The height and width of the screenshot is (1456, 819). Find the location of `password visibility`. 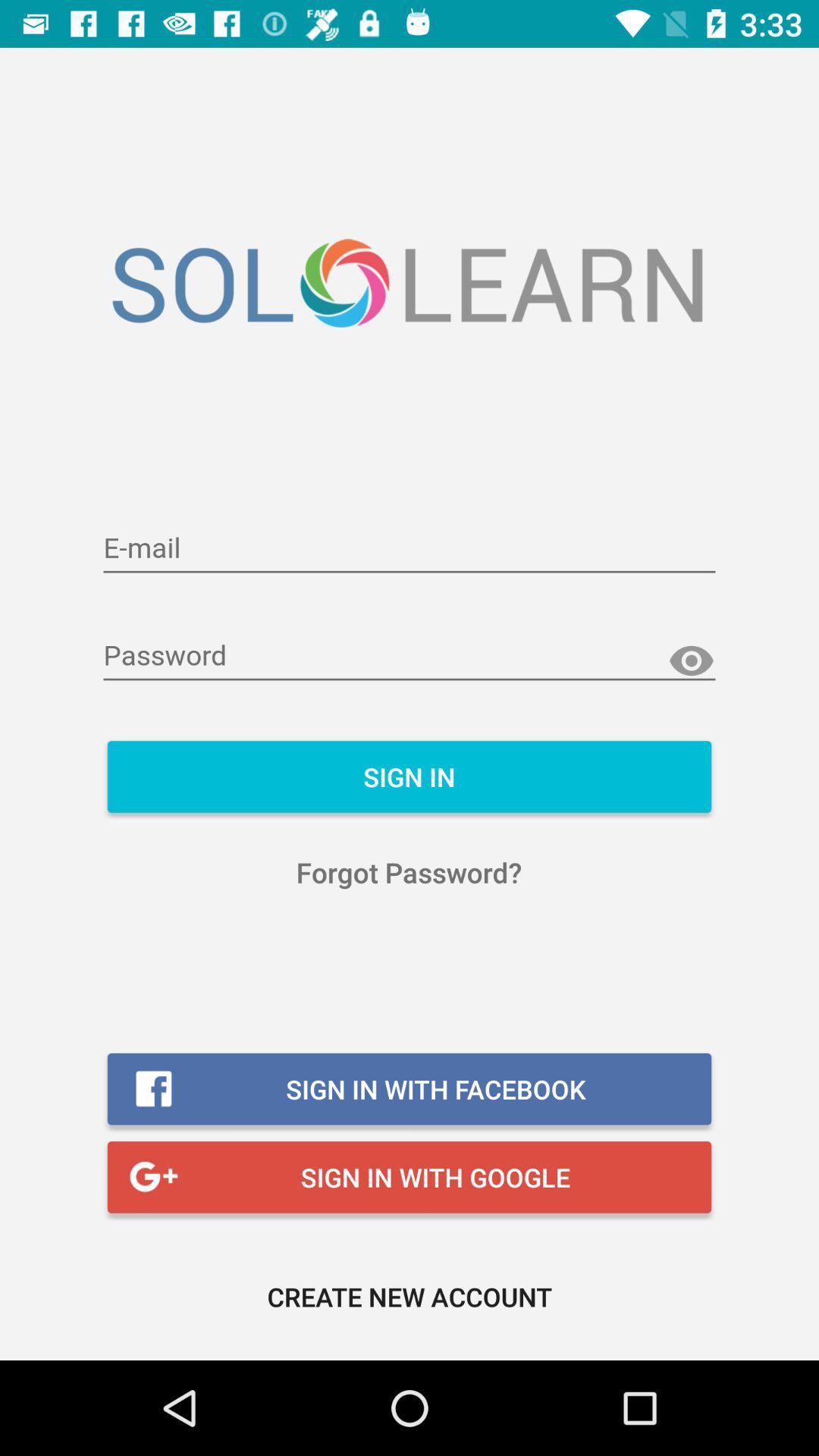

password visibility is located at coordinates (691, 661).